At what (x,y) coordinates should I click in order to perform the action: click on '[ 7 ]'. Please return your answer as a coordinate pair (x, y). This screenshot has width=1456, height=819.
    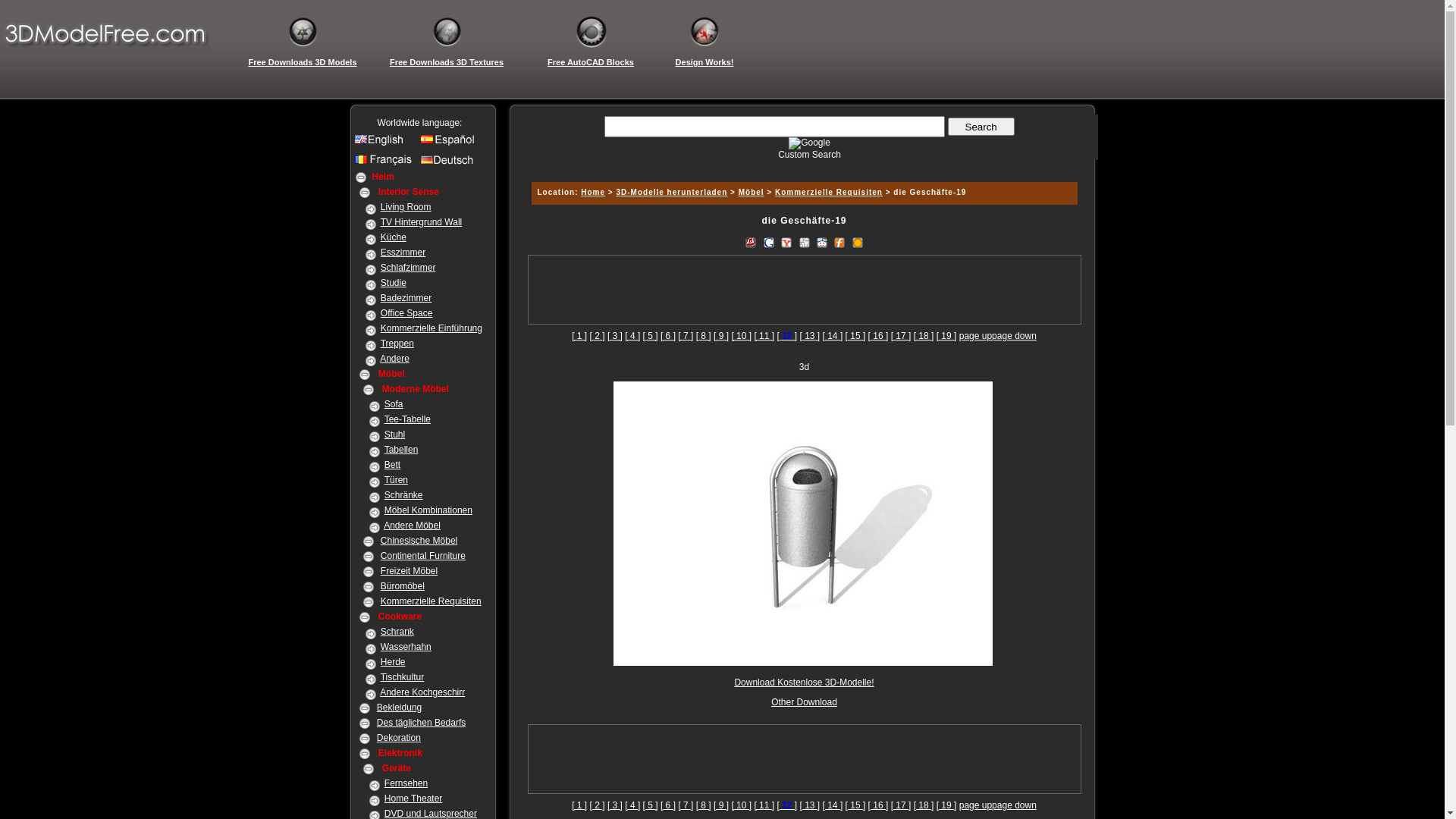
    Looking at the image, I should click on (676, 335).